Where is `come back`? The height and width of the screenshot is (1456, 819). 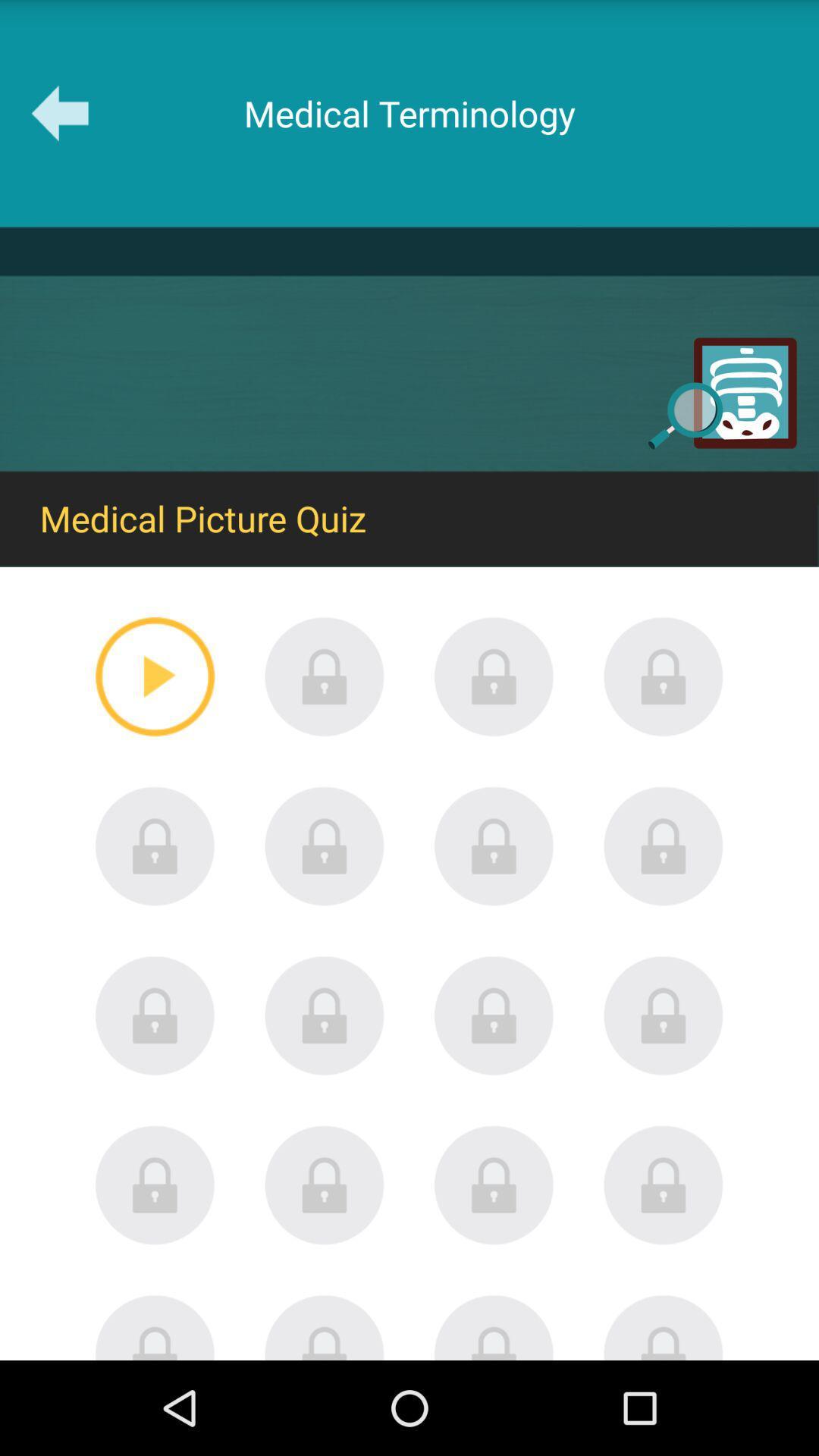
come back is located at coordinates (494, 1326).